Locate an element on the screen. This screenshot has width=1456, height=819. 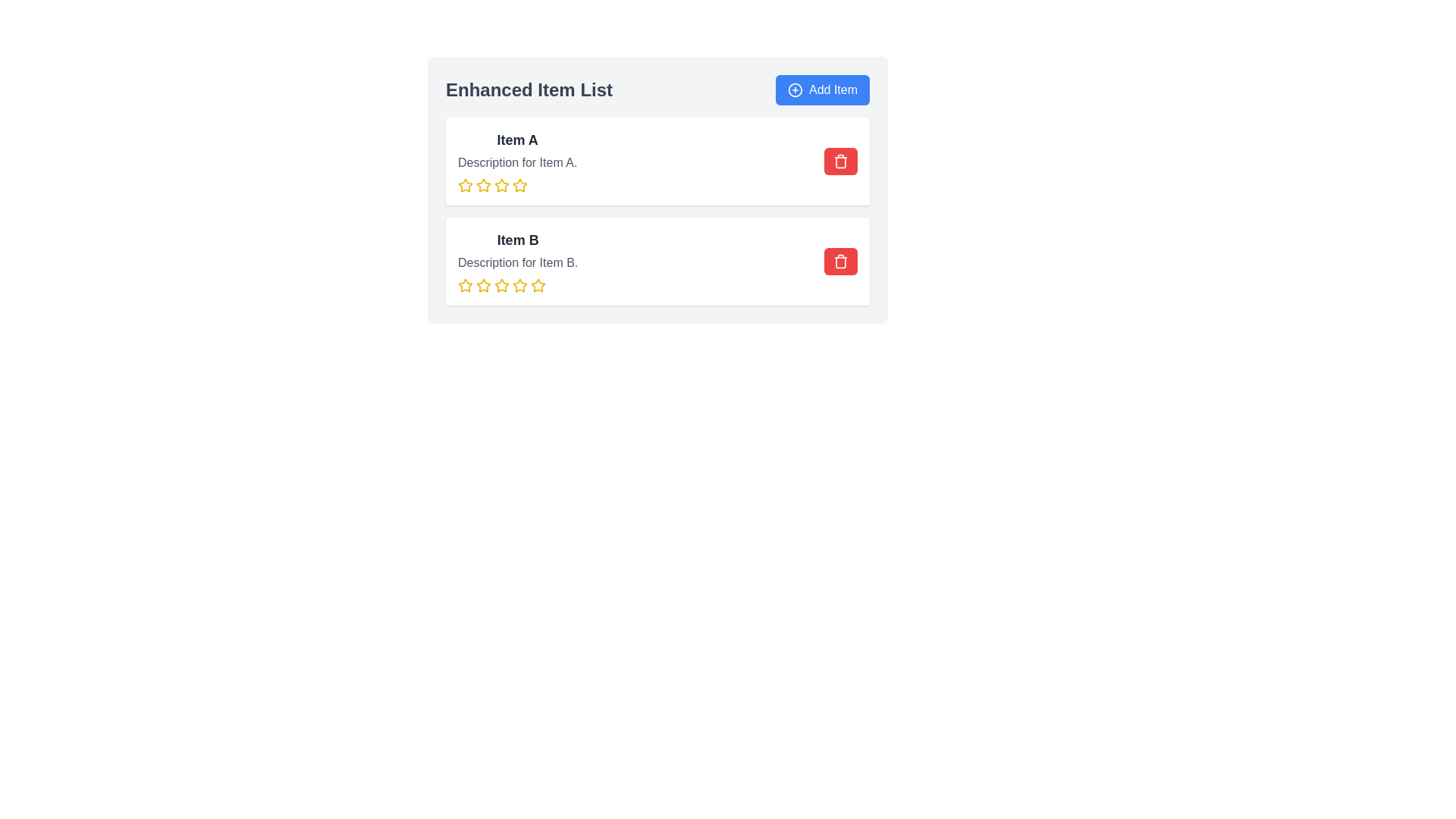
the static text element that serves as the title for 'Item B', located above its description and the rating stars is located at coordinates (518, 239).